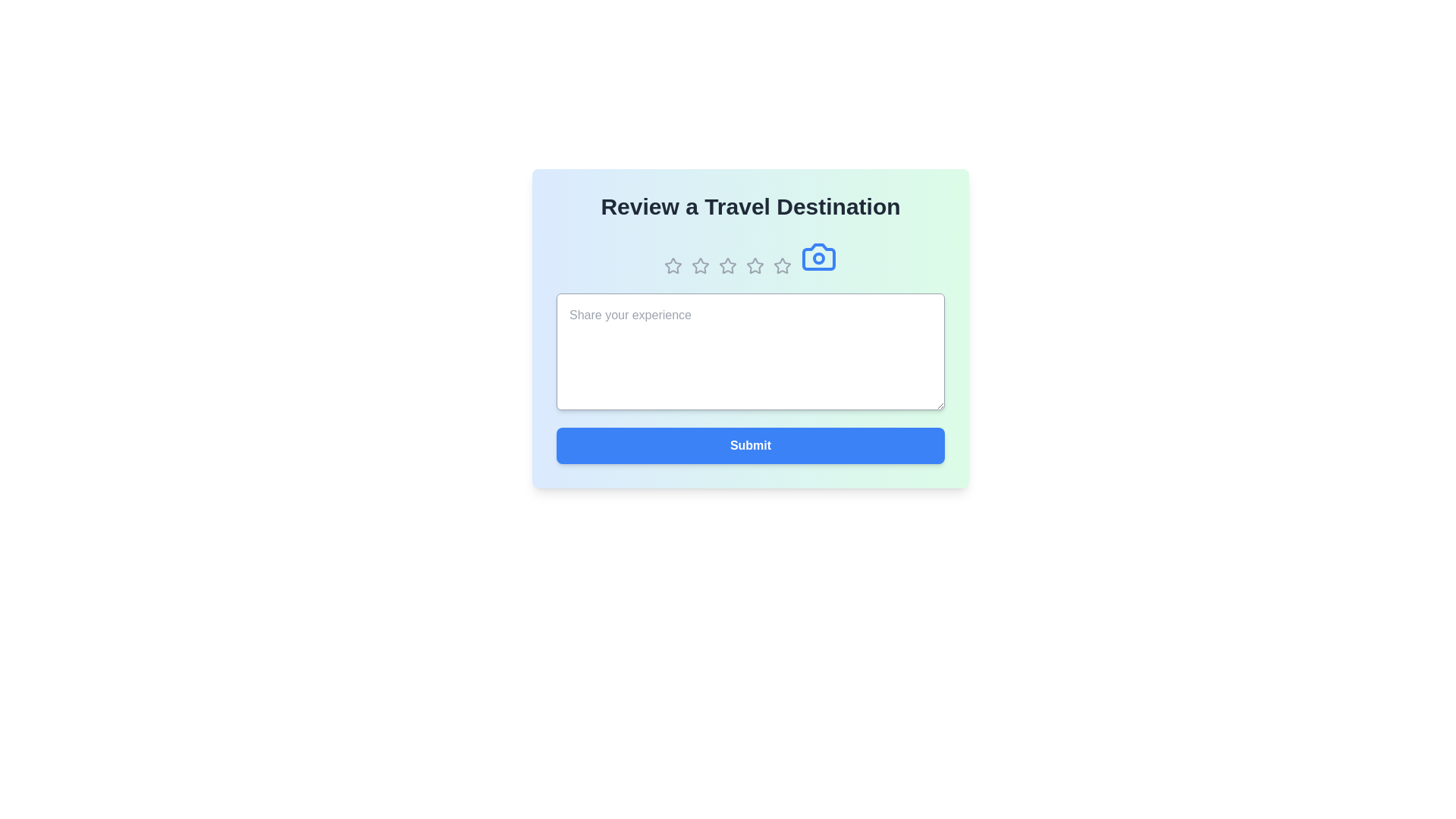  Describe the element at coordinates (750, 444) in the screenshot. I see `the submit button to submit the review` at that location.